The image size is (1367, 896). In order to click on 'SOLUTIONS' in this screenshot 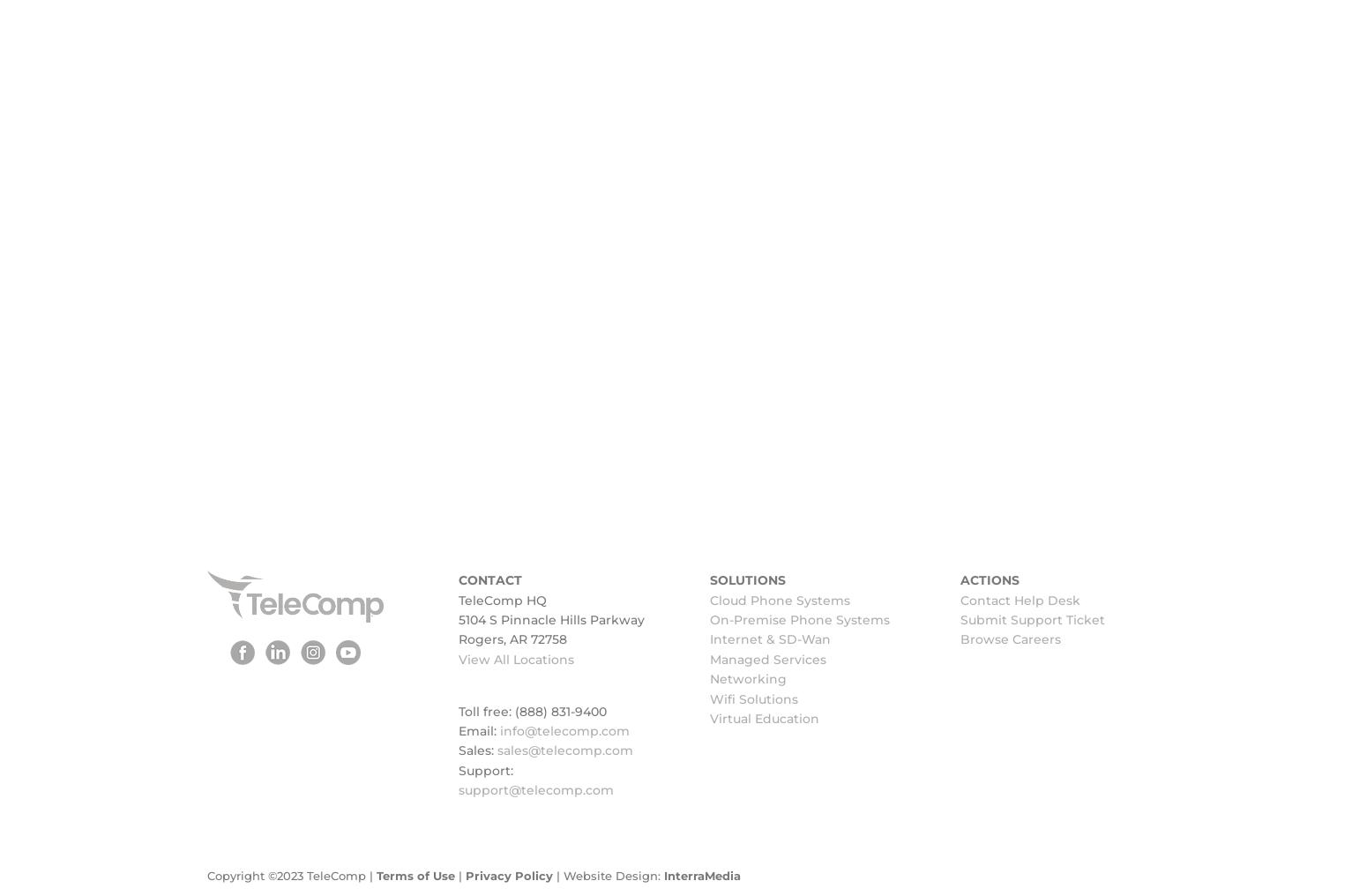, I will do `click(746, 579)`.